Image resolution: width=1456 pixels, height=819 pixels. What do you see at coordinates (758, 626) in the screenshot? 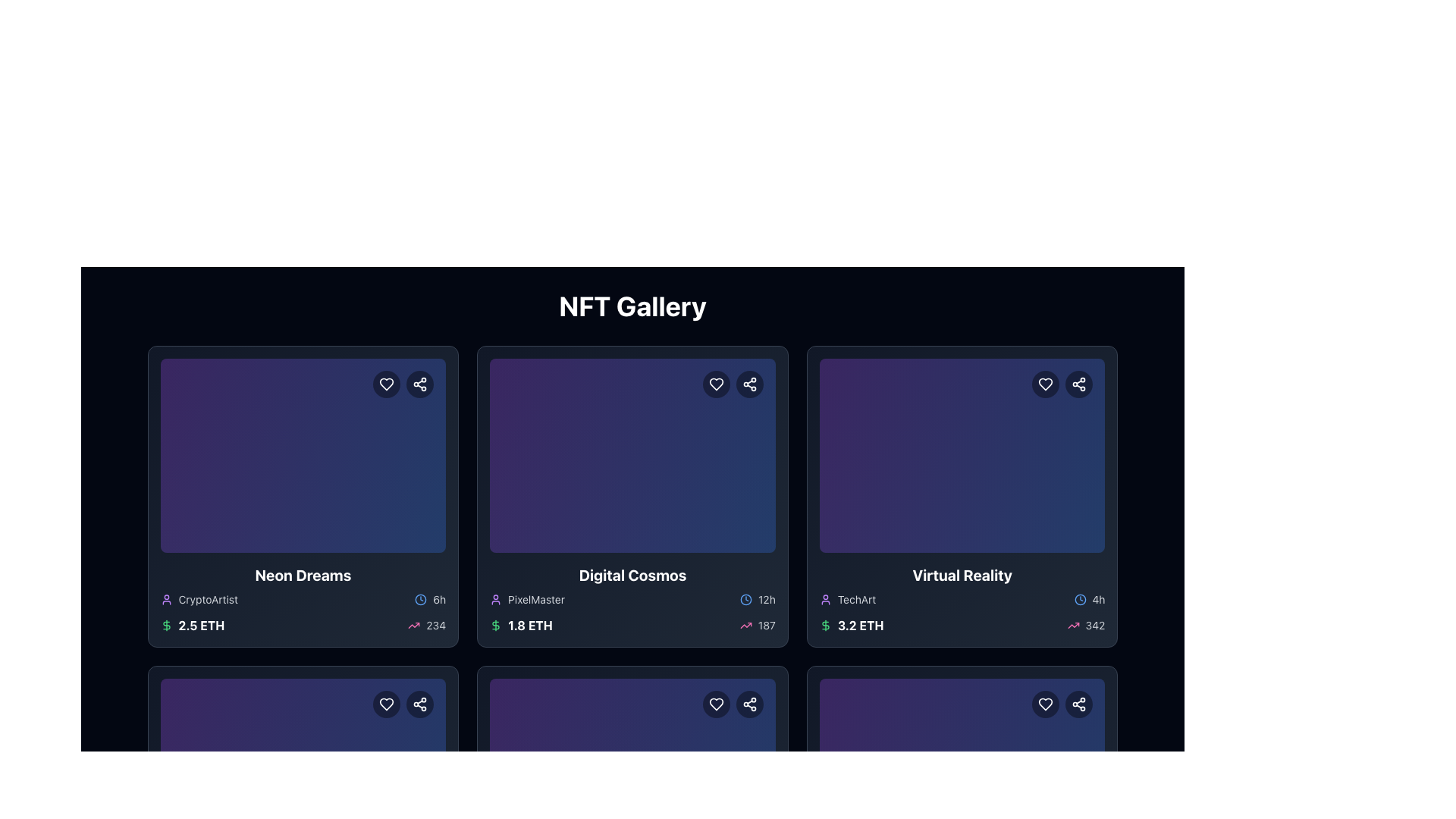
I see `the trending metric icon with text located at the bottom right of the 'Digital Cosmos' card in the second column of the first row of the grid, indicating popularity or activity` at bounding box center [758, 626].